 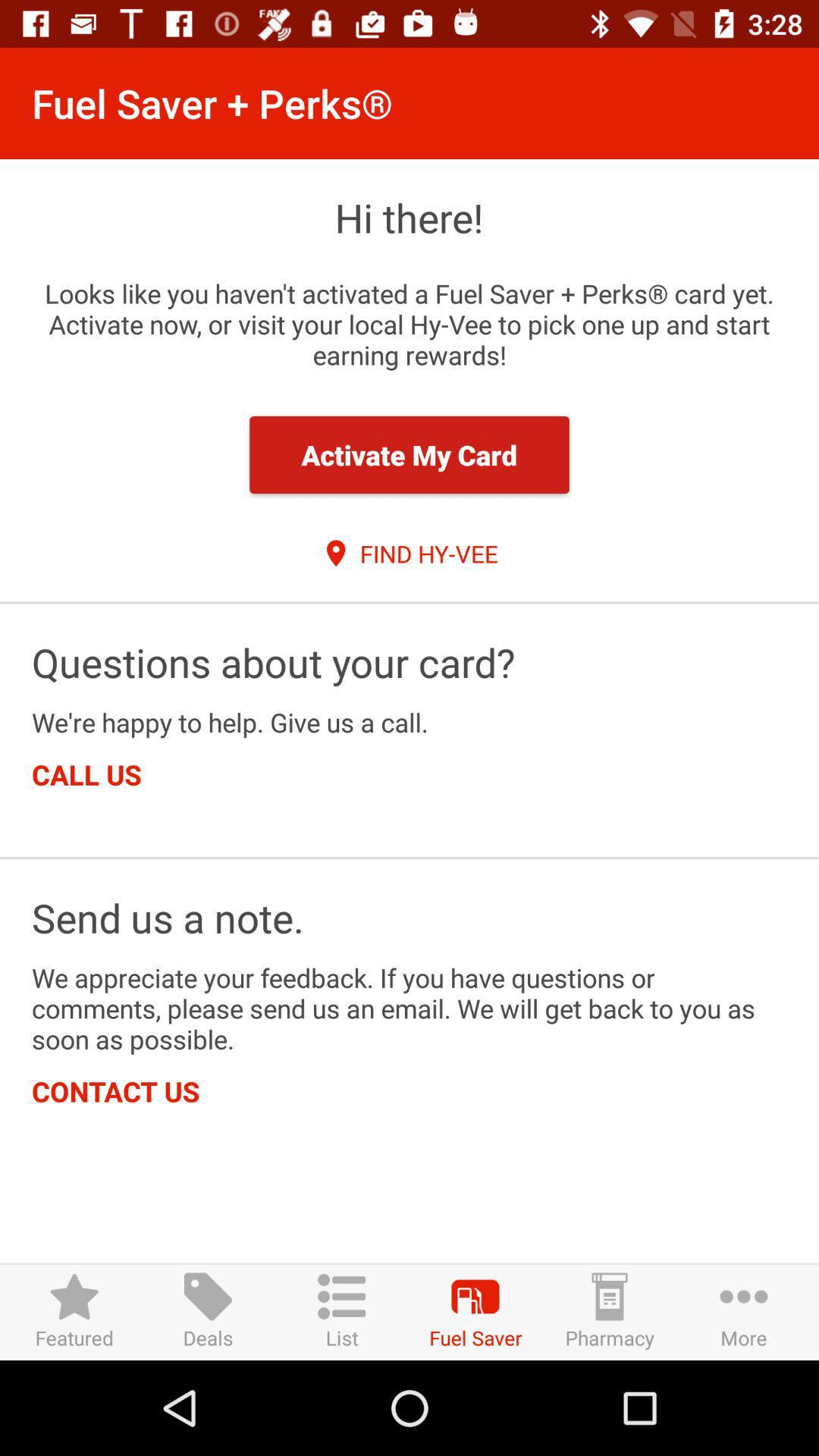 What do you see at coordinates (115, 1090) in the screenshot?
I see `the contact us icon` at bounding box center [115, 1090].